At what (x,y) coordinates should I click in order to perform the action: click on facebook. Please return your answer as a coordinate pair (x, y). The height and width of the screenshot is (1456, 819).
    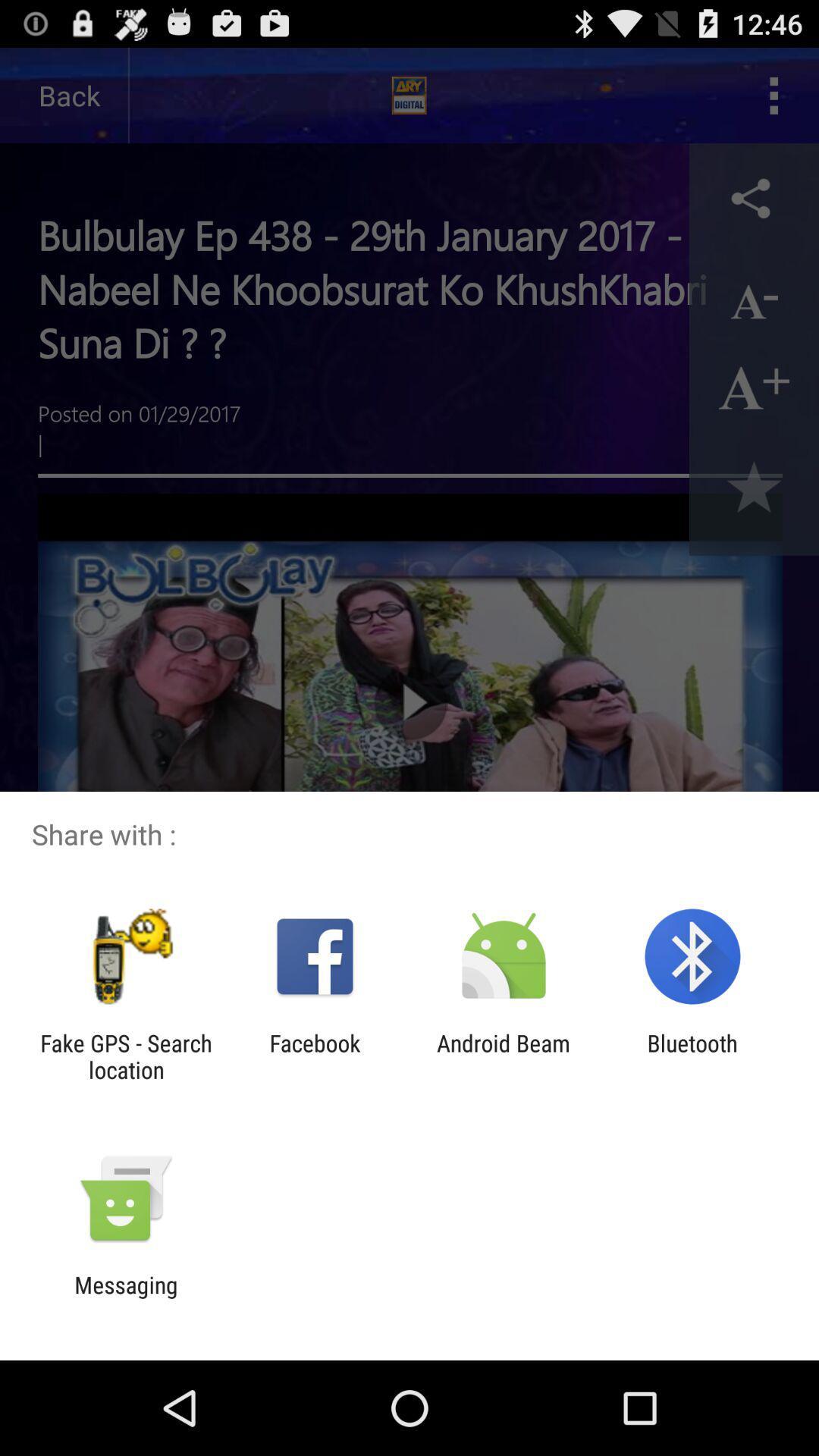
    Looking at the image, I should click on (314, 1056).